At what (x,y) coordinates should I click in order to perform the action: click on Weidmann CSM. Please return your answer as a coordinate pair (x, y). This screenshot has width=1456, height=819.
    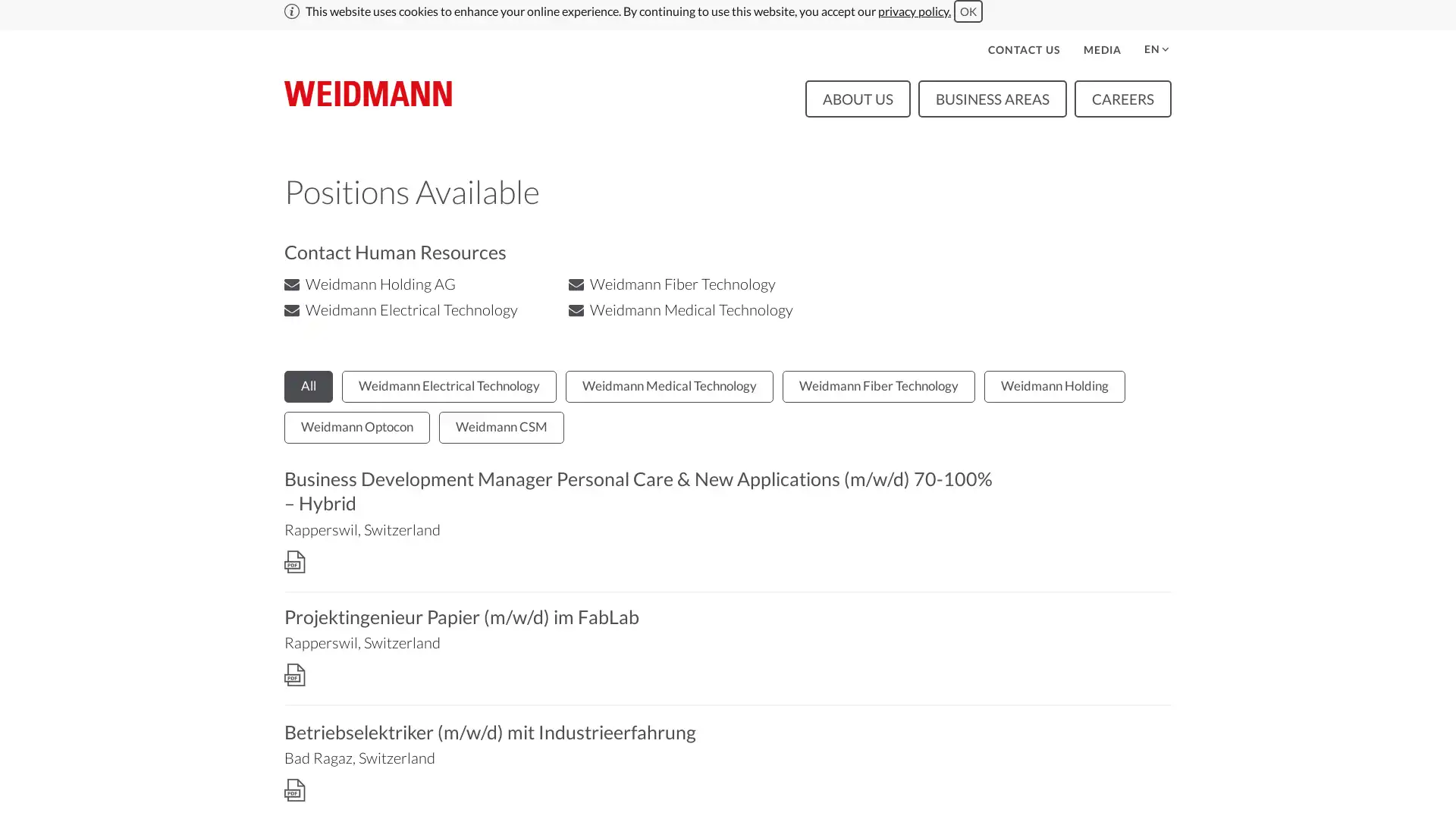
    Looking at the image, I should click on (501, 396).